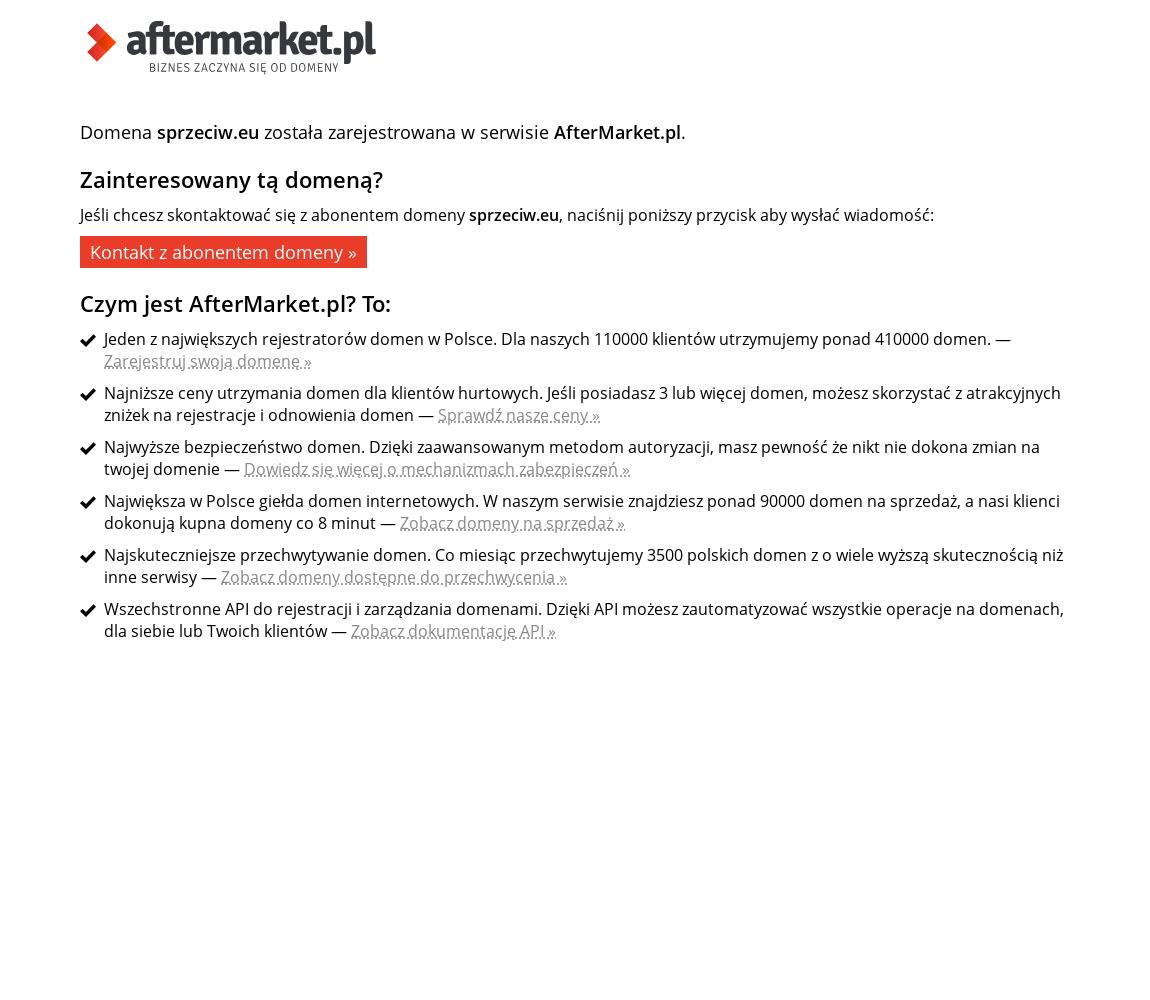 This screenshot has width=1150, height=1000. What do you see at coordinates (680, 132) in the screenshot?
I see `'.'` at bounding box center [680, 132].